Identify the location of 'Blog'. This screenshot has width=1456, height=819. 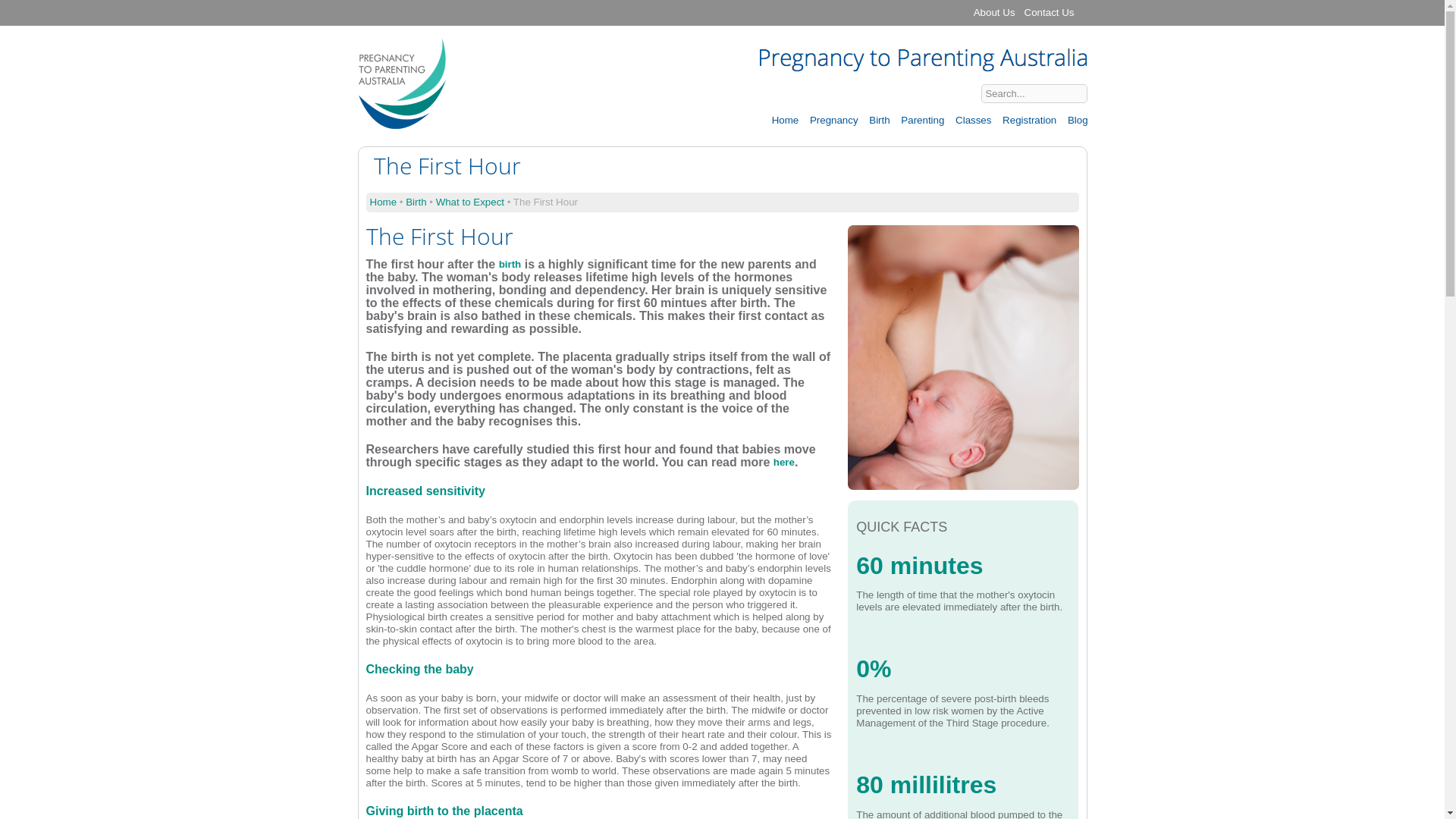
(1062, 119).